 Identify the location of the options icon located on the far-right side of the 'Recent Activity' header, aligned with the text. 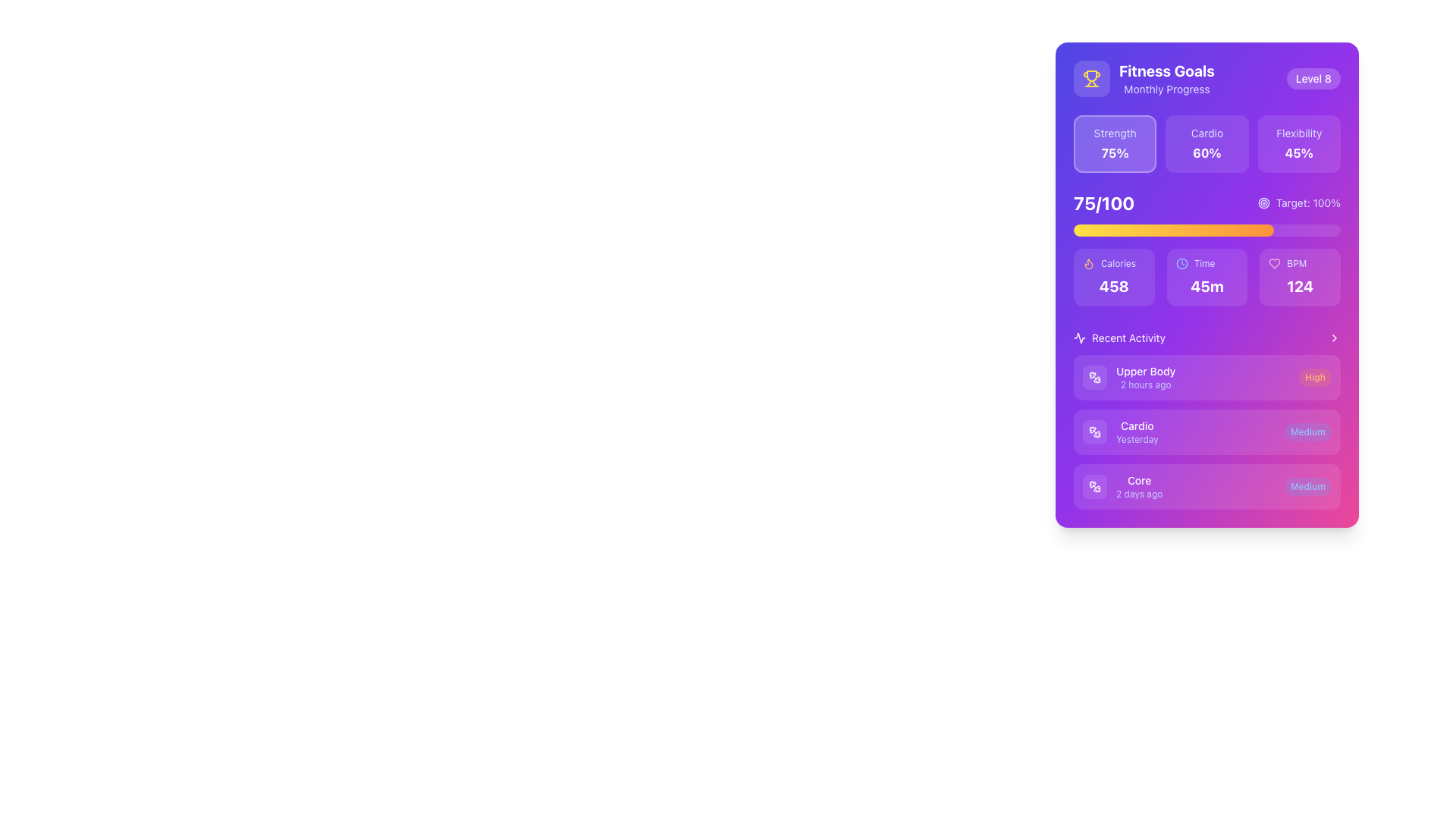
(1335, 337).